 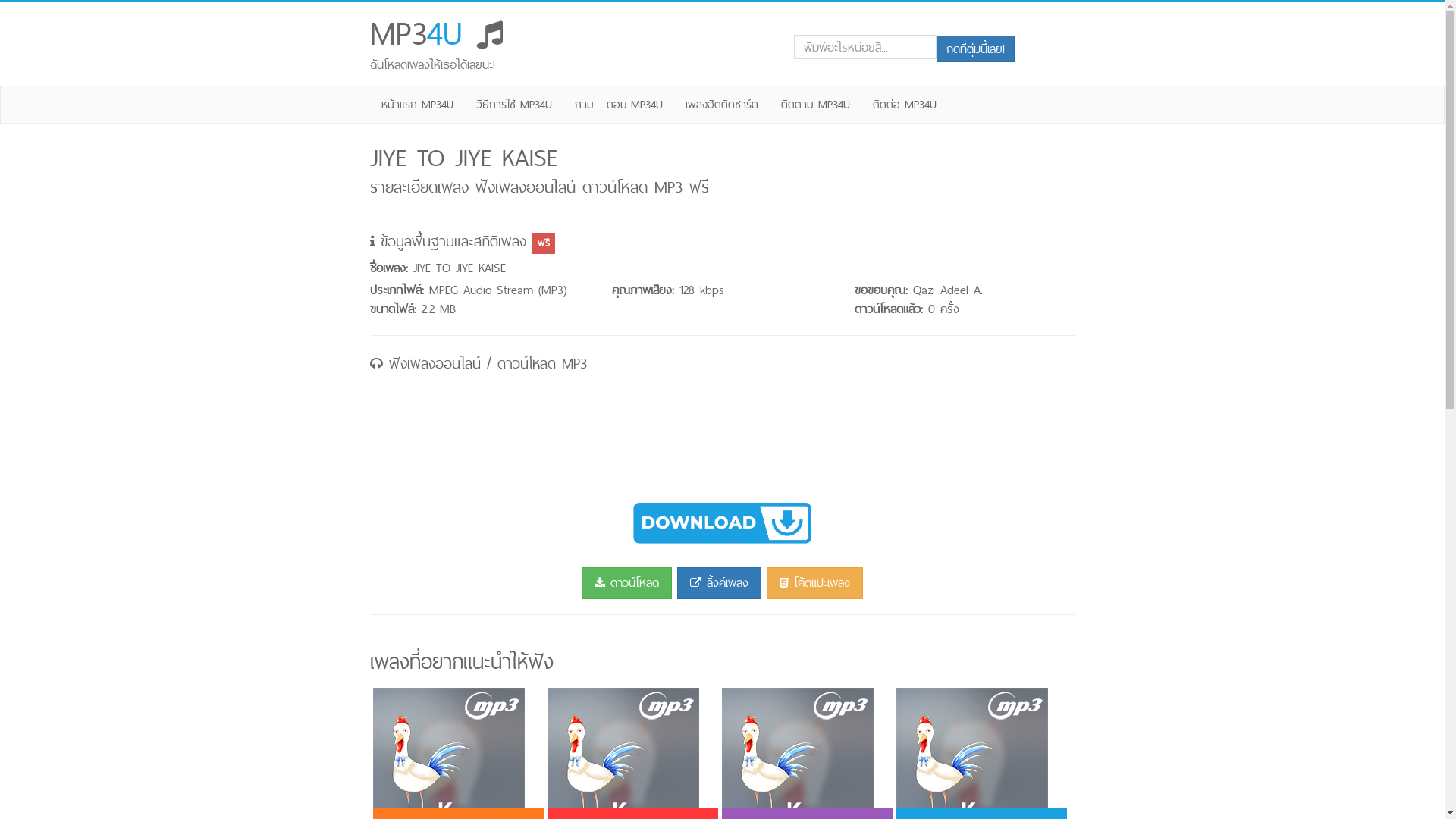 What do you see at coordinates (435, 32) in the screenshot?
I see `'MP34U '` at bounding box center [435, 32].